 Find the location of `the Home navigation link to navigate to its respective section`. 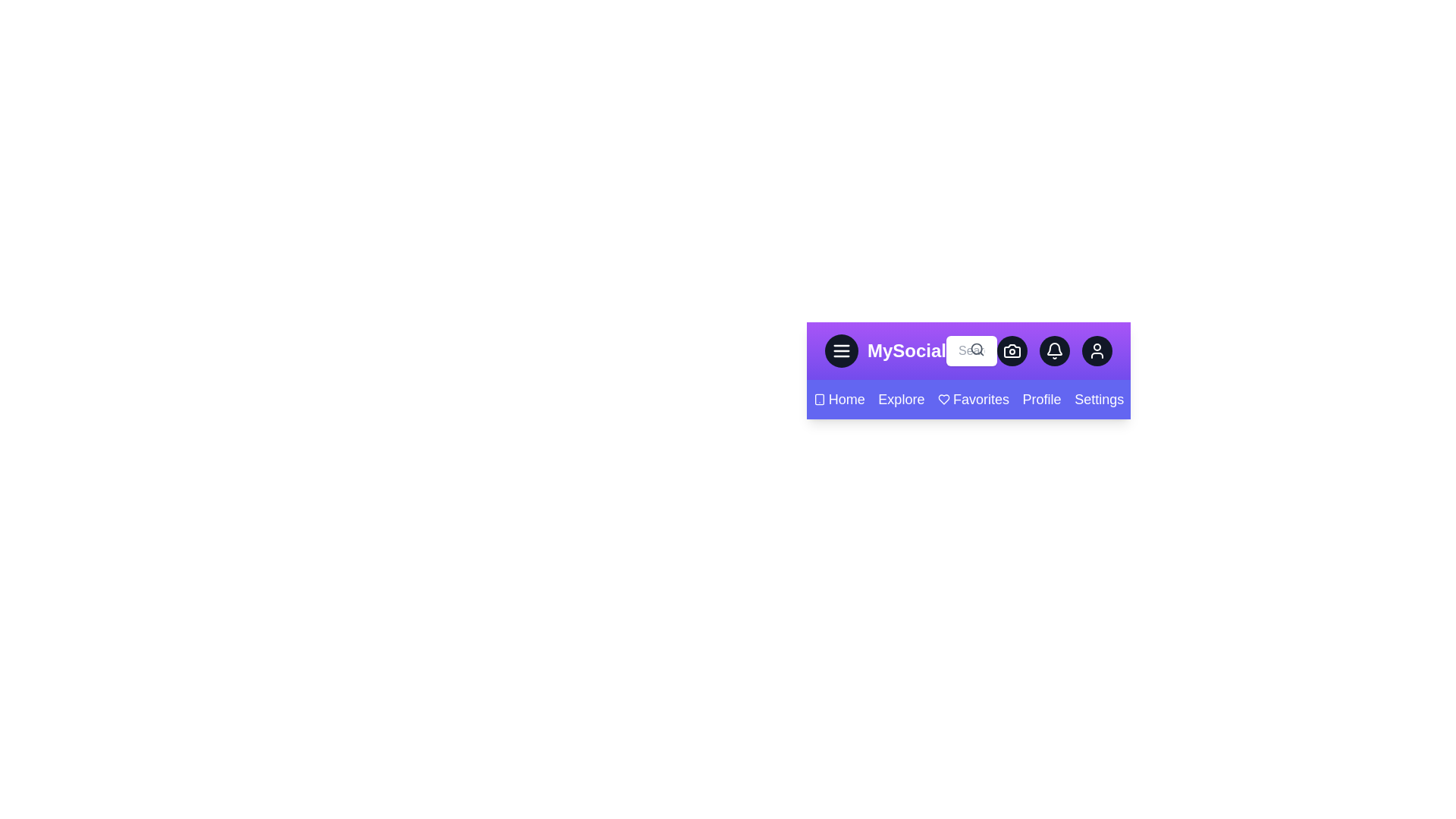

the Home navigation link to navigate to its respective section is located at coordinates (838, 399).